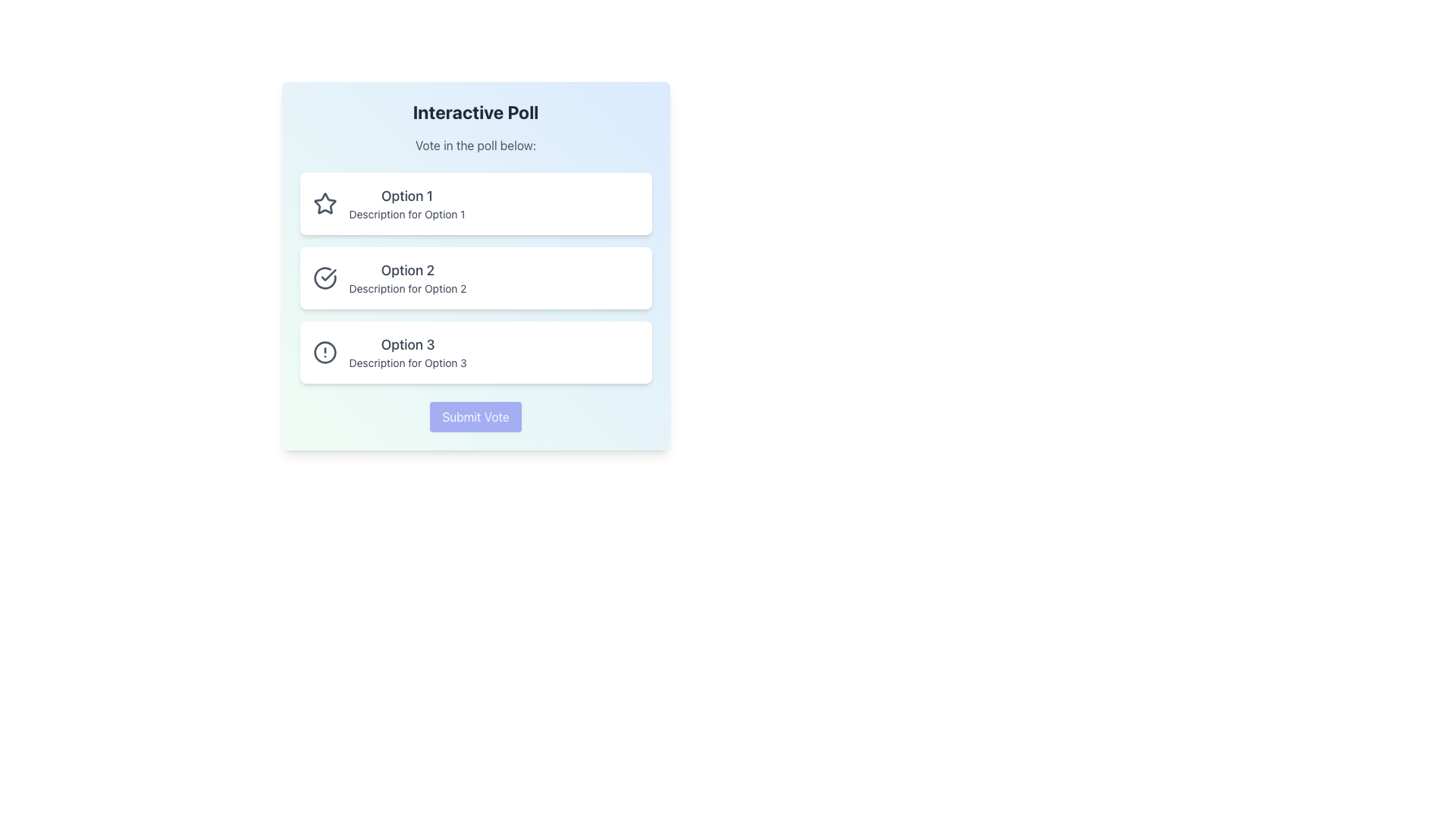  I want to click on text displayed in the second option block of the poll, which contains the title and description of the second choice, so click(407, 278).